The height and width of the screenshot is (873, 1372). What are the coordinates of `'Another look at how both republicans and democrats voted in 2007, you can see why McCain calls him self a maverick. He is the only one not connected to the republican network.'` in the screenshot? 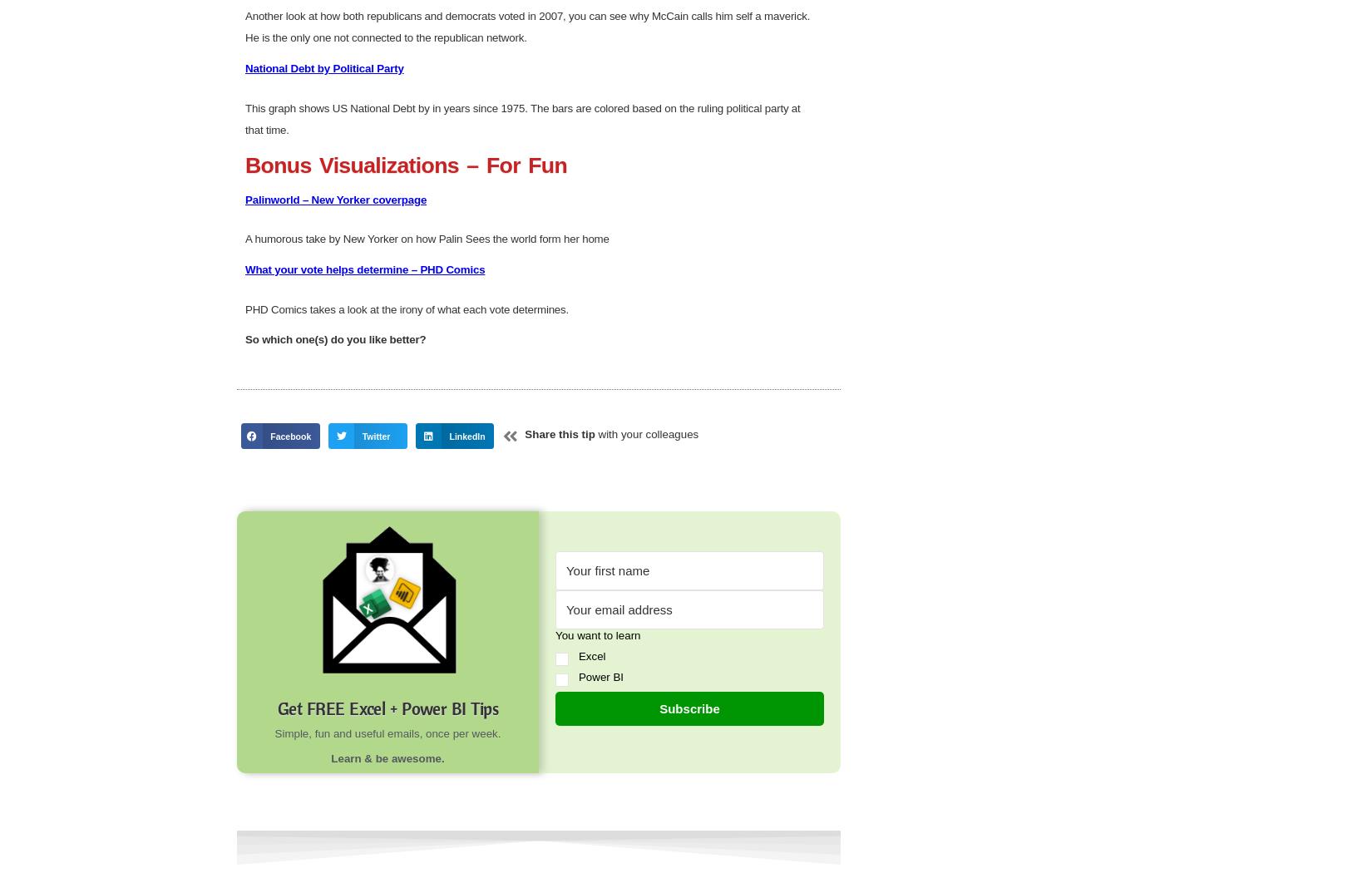 It's located at (526, 595).